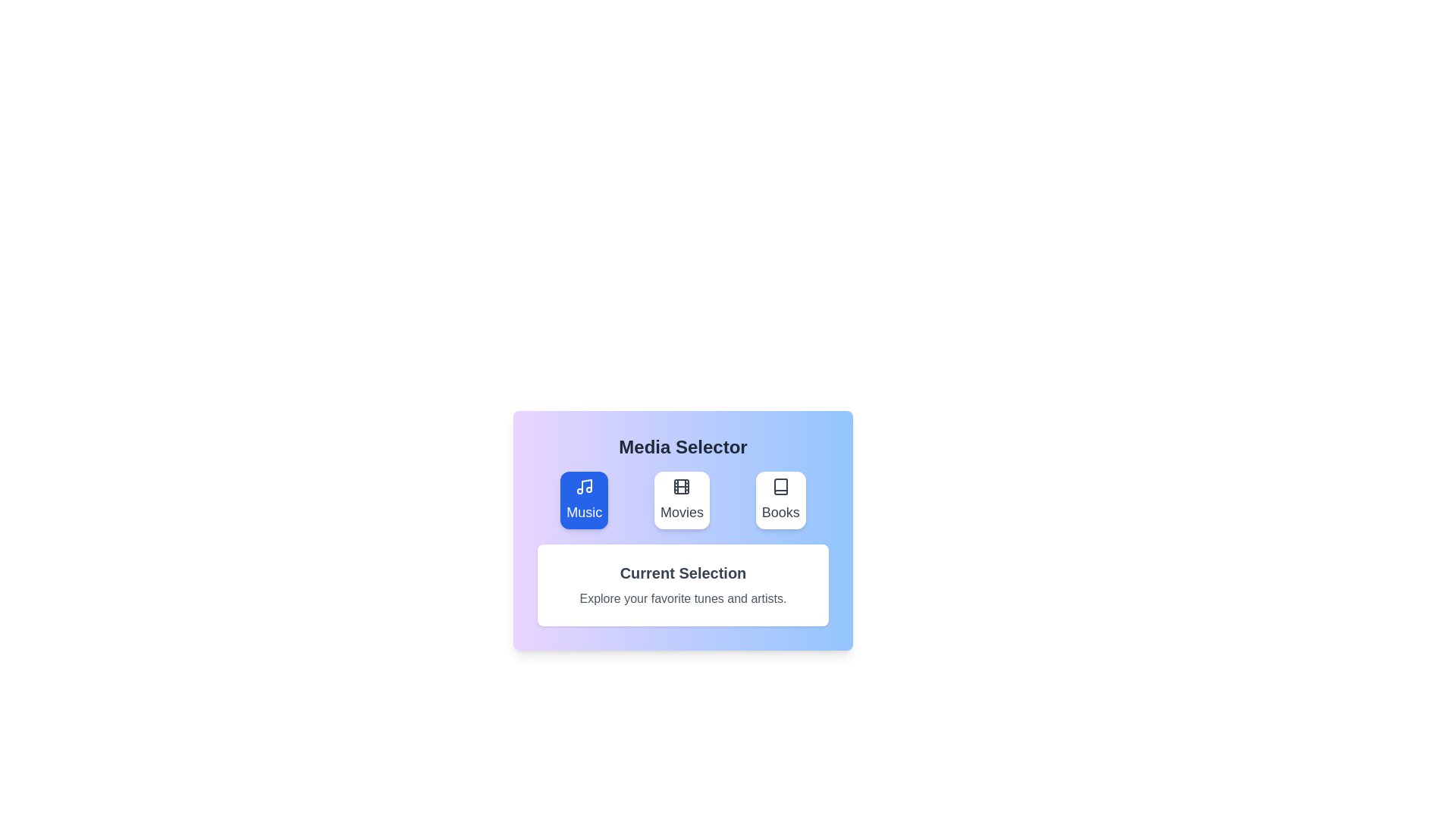 The width and height of the screenshot is (1456, 819). What do you see at coordinates (583, 500) in the screenshot?
I see `the 'Music' button, which is a vibrant blue rectangular button with white text and a musical note icon, to observe the hover effect` at bounding box center [583, 500].